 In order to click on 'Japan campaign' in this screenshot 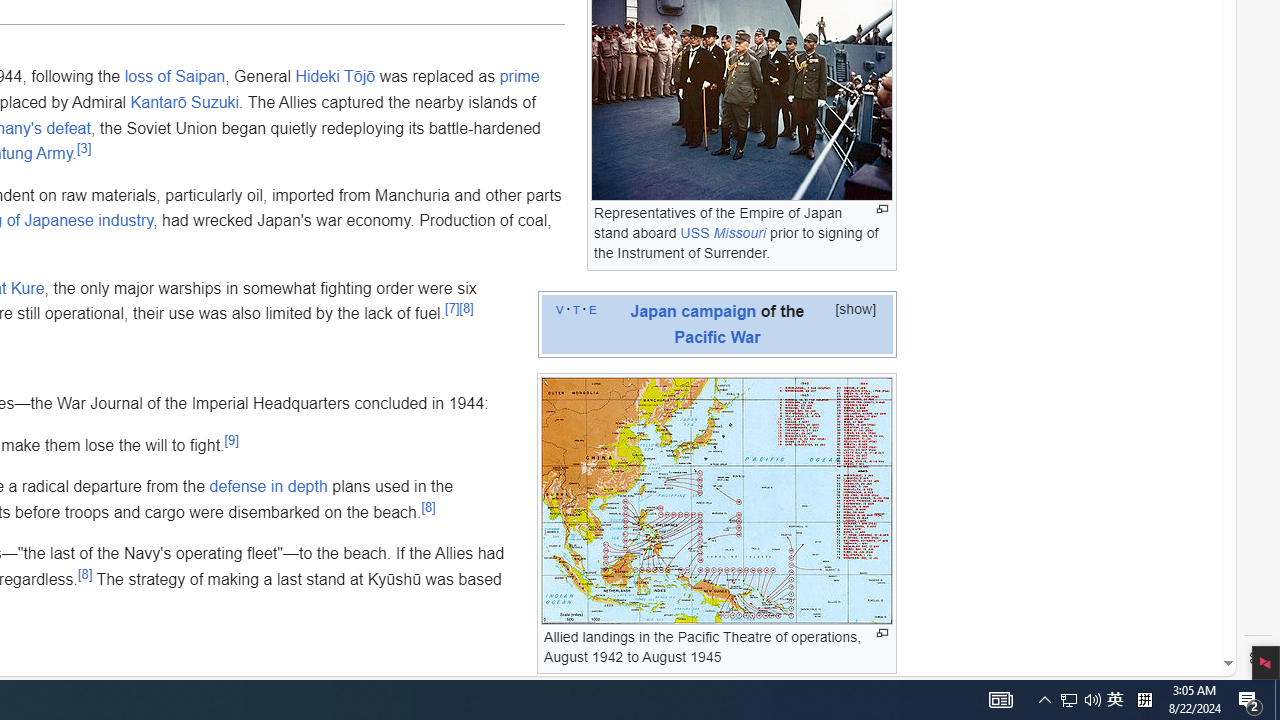, I will do `click(693, 310)`.